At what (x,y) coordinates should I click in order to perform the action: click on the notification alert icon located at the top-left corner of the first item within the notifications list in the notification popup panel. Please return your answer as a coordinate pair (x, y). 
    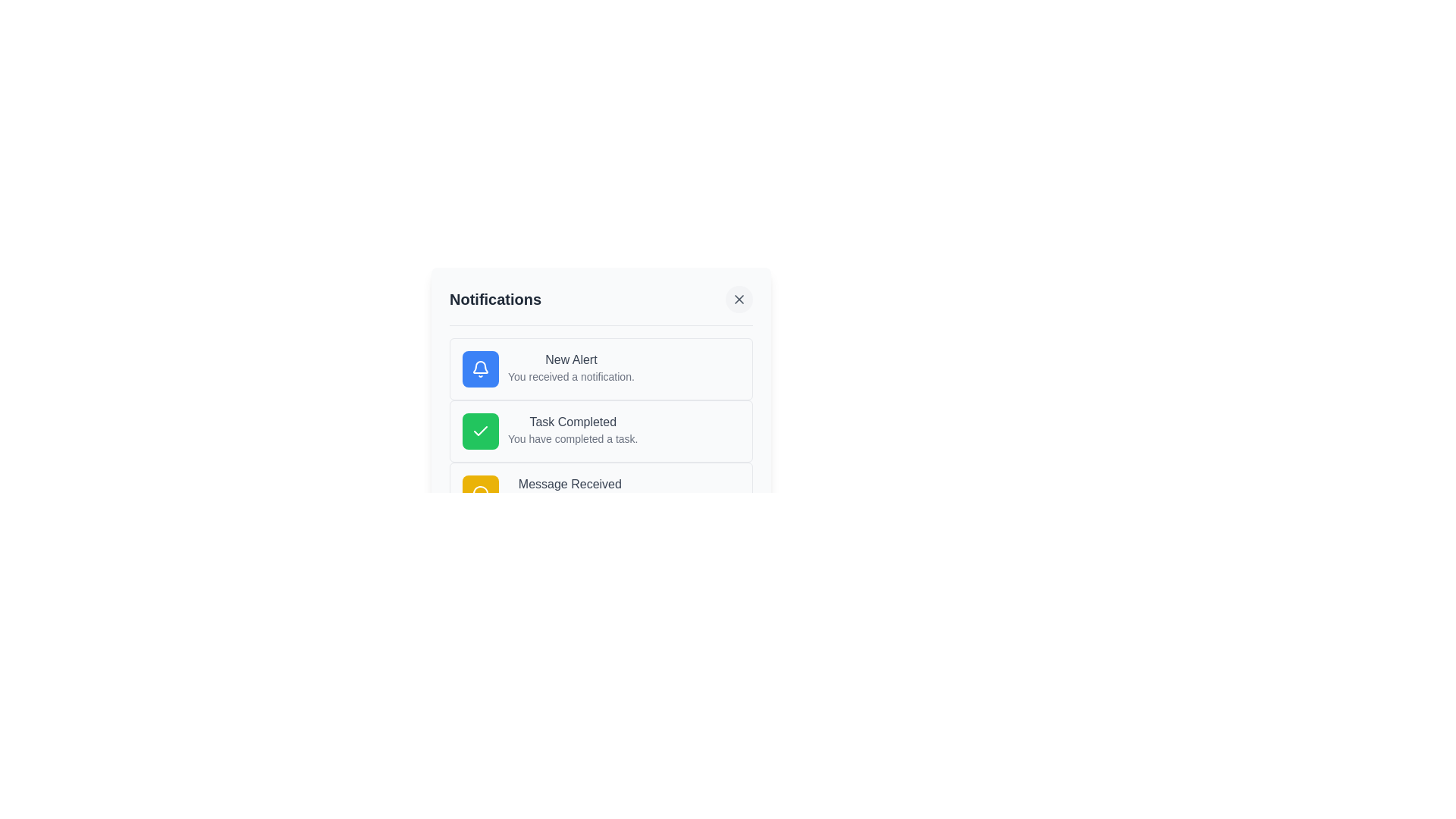
    Looking at the image, I should click on (479, 369).